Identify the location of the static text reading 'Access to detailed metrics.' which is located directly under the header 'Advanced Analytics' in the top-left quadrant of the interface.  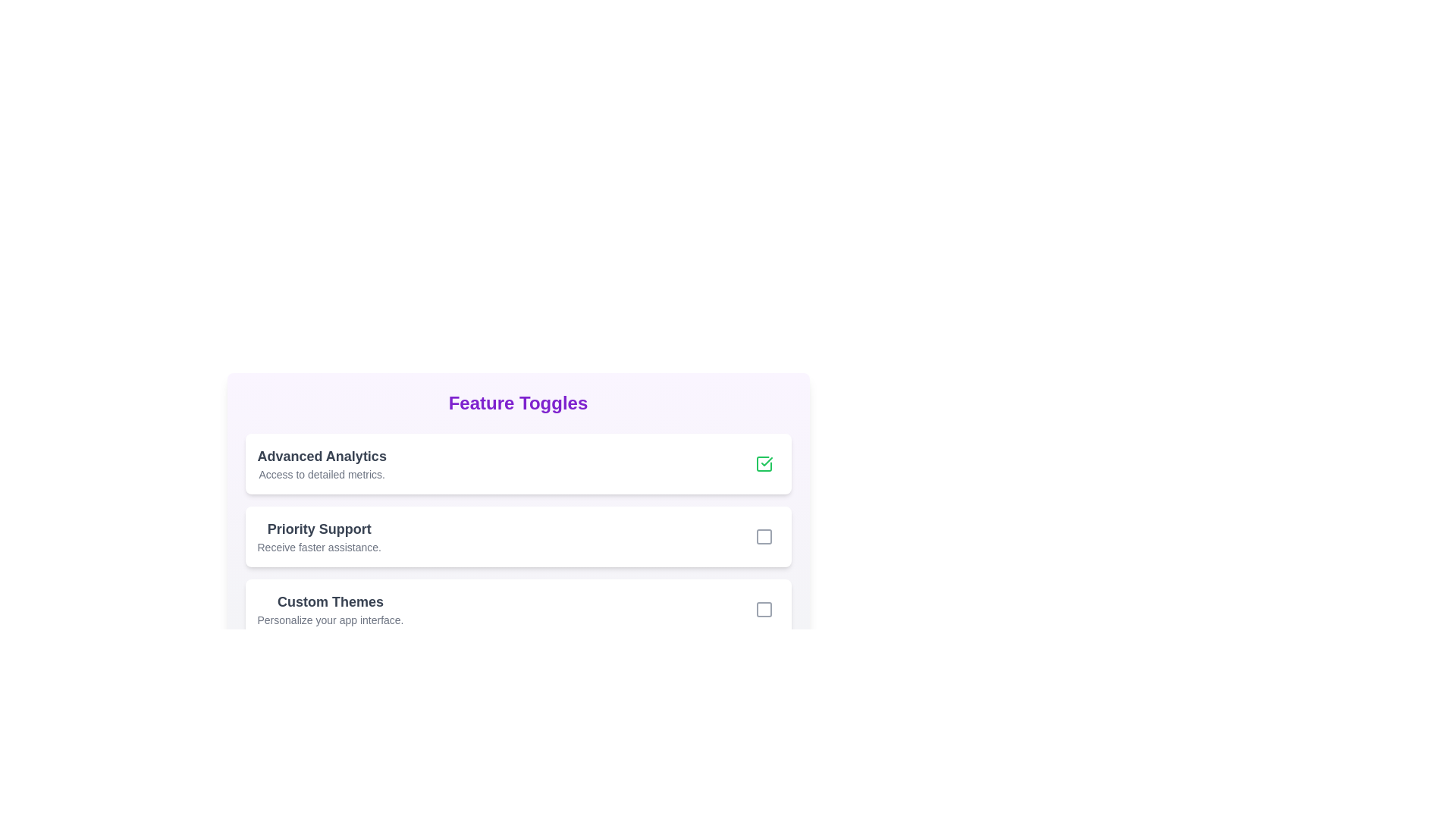
(321, 473).